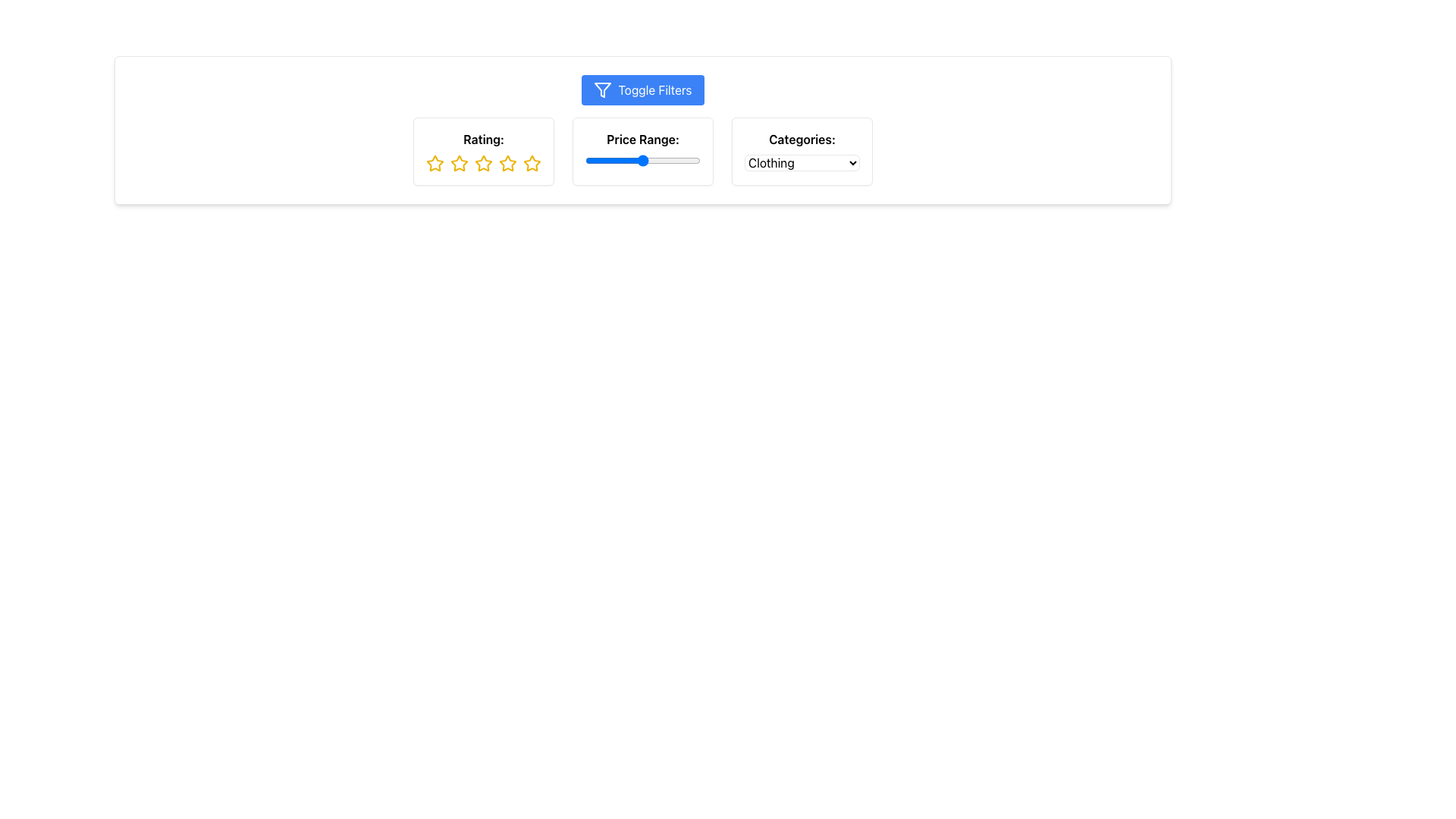 This screenshot has height=819, width=1456. I want to click on the price range slider, so click(671, 161).